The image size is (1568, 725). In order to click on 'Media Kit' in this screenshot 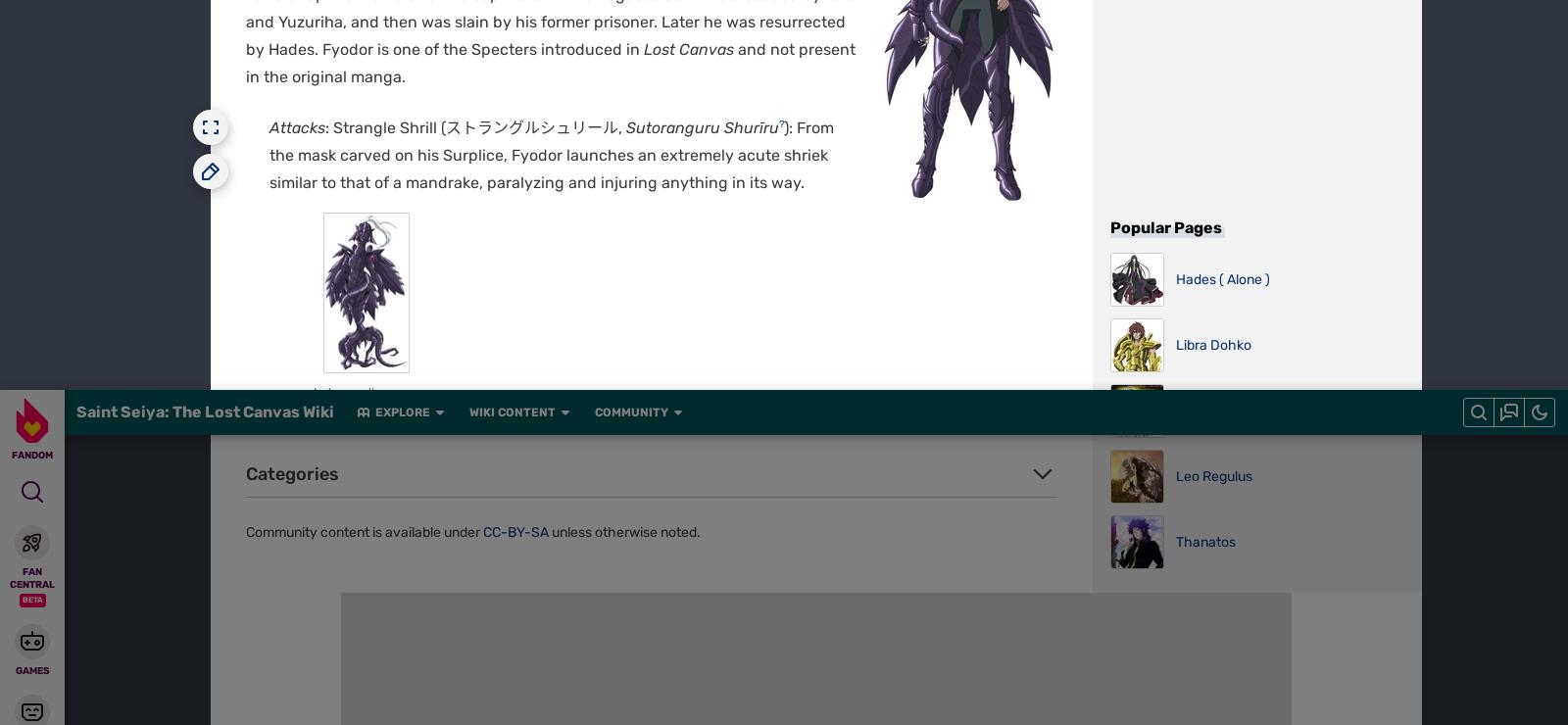, I will do `click(825, 141)`.